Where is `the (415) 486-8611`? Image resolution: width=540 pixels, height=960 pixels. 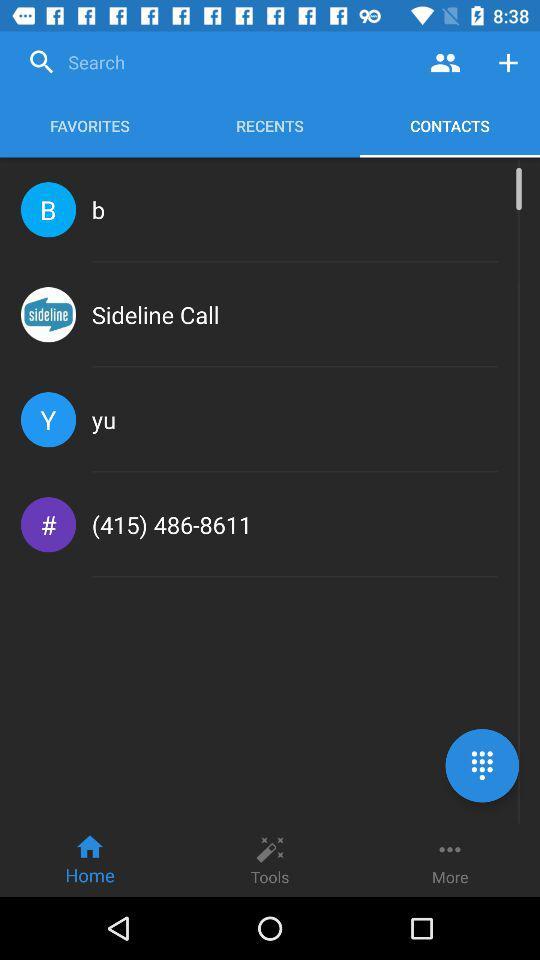
the (415) 486-8611 is located at coordinates (171, 523).